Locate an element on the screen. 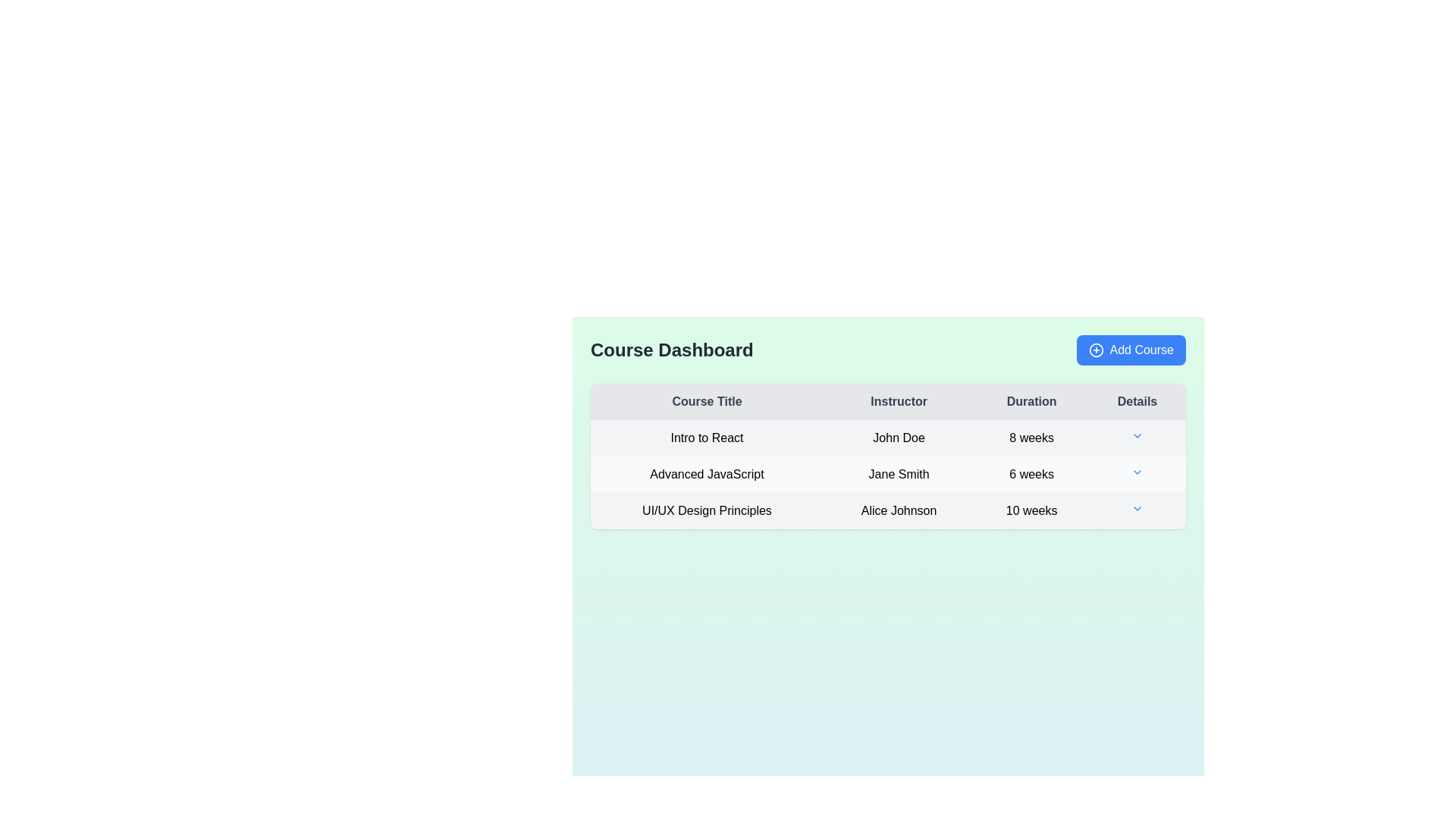  circular '+' icon outlined in blue with a white background, located within the 'Add Course' button, positioned towards the left edge of the button is located at coordinates (1096, 350).